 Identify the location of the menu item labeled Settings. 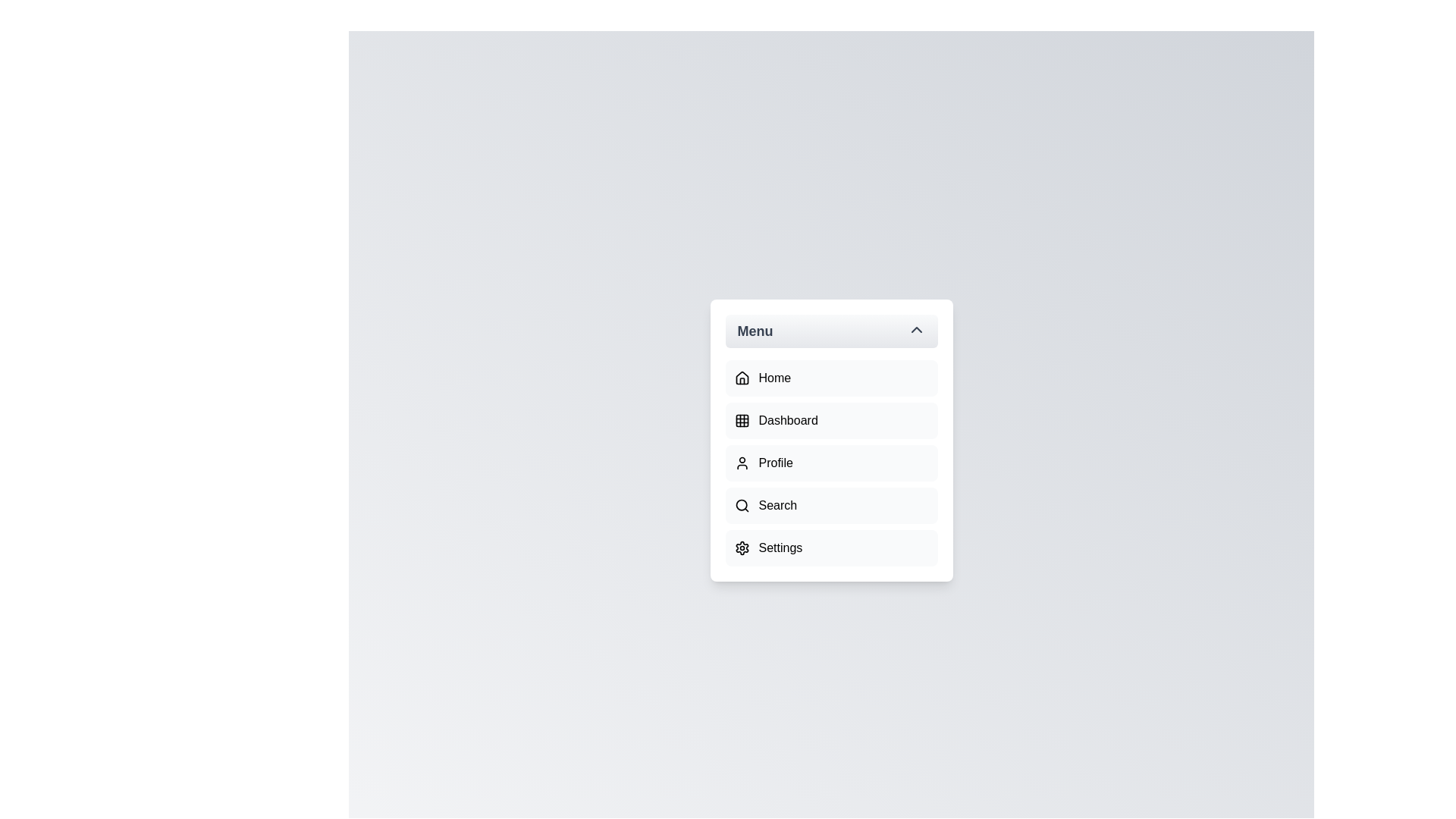
(830, 548).